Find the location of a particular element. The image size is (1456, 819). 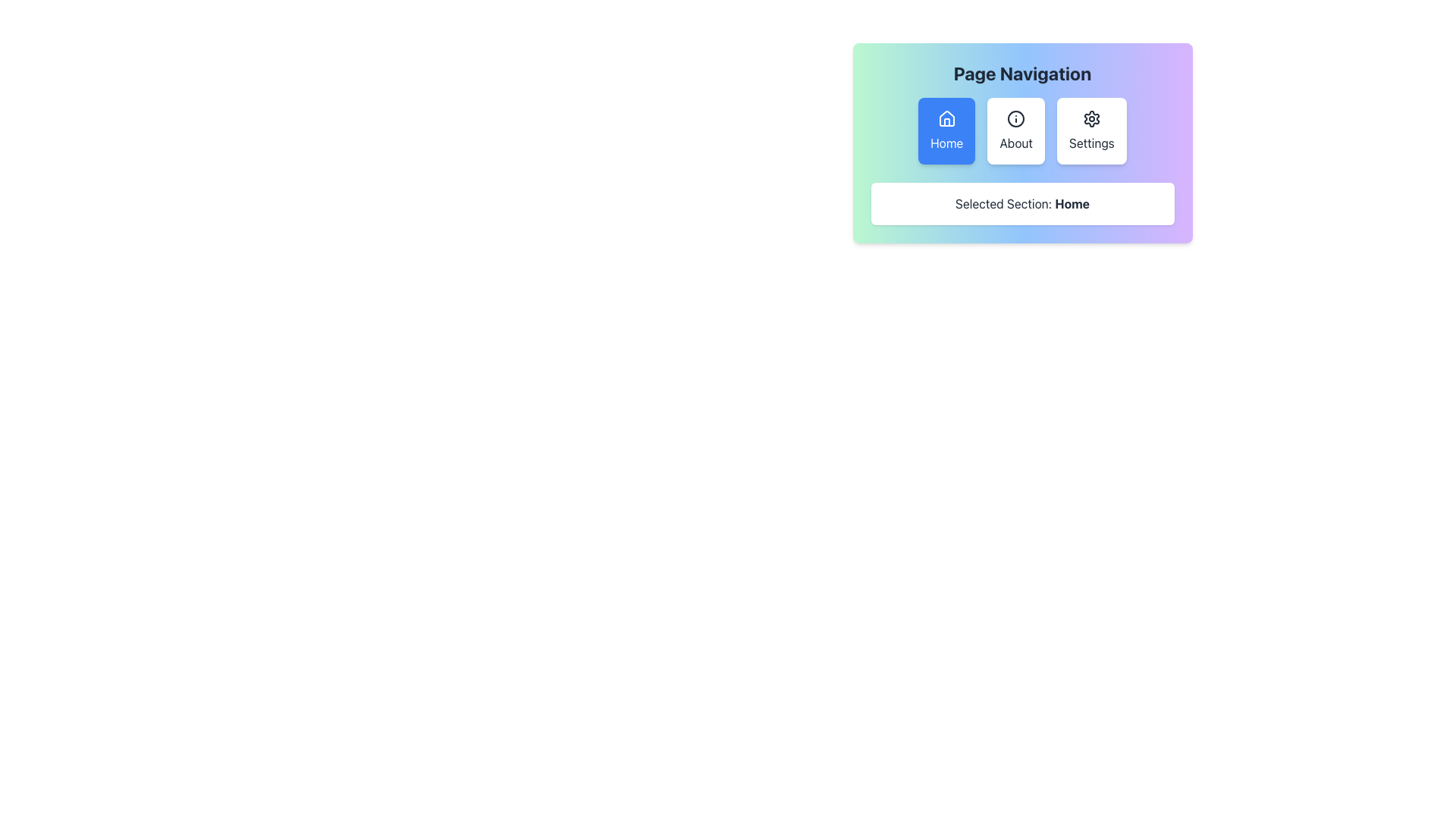

the 'About' button, which is the second button in a horizontal navigation menu is located at coordinates (1016, 130).